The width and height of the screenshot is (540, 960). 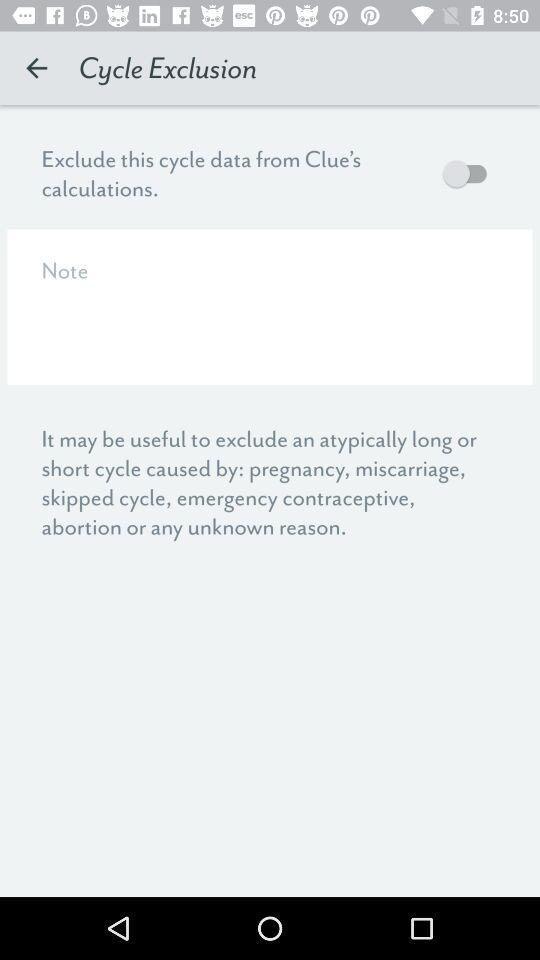 What do you see at coordinates (36, 68) in the screenshot?
I see `the icon to the left of the cycle exclusion` at bounding box center [36, 68].